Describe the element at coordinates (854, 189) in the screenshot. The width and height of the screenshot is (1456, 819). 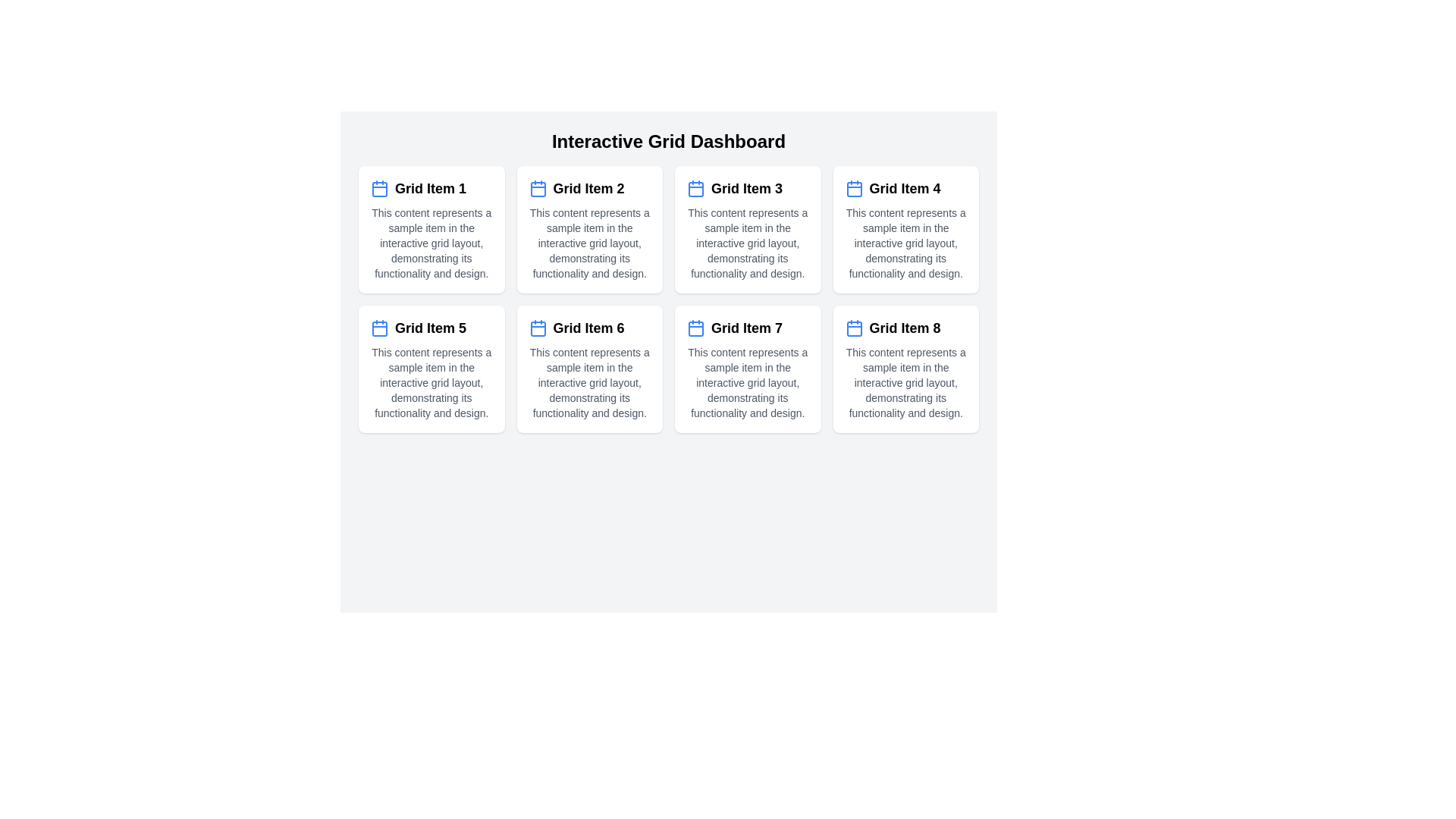
I see `the decorative rounded rectangle element located centrally within the calendar icon in the top-right corner of 'Grid Item 4'` at that location.